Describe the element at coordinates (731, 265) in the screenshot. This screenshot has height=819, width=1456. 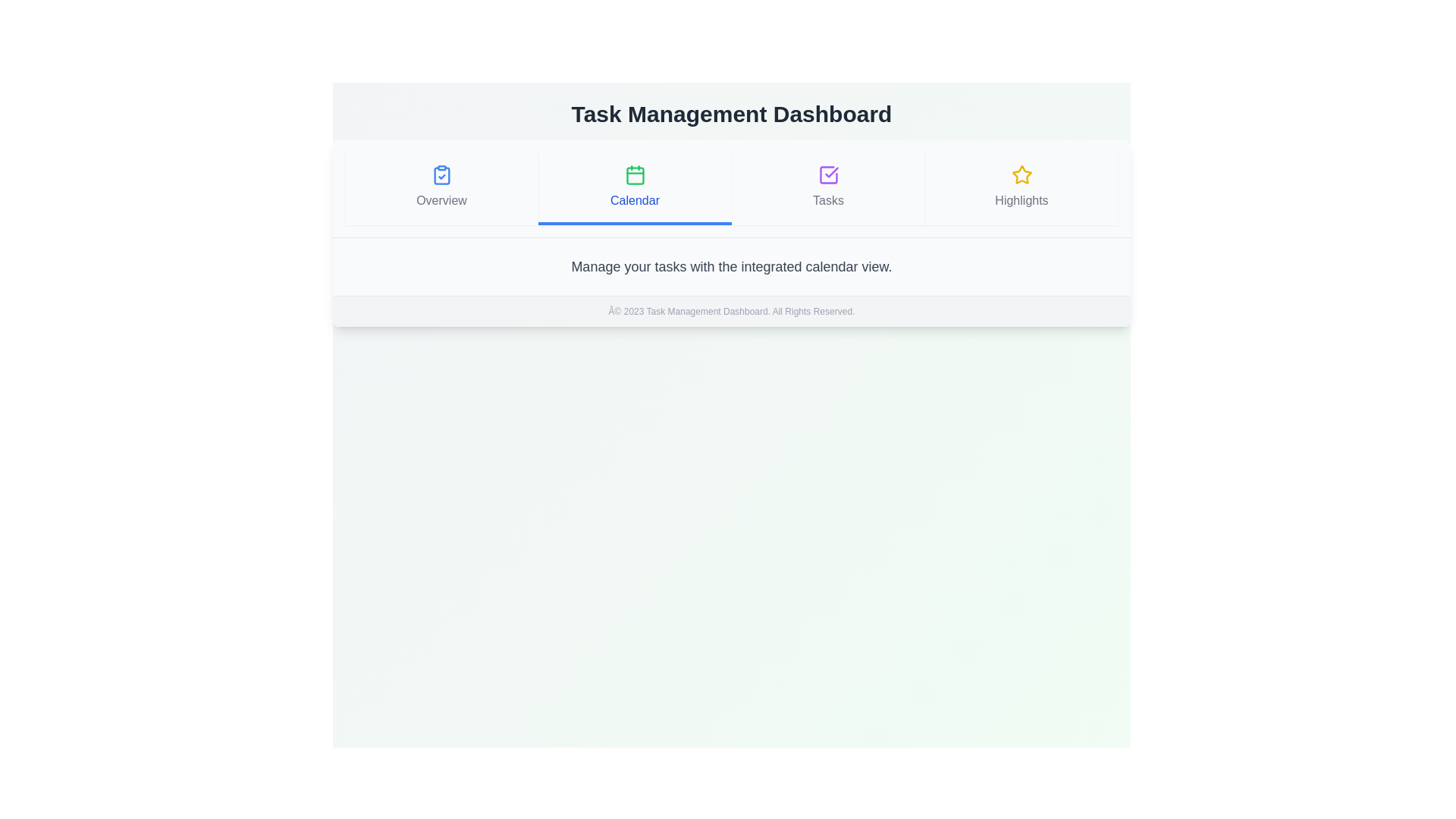
I see `the text block containing the message 'Manage your tasks with the integrated calendar view.' which is styled for readability and located between the navigation tabs and the footer` at that location.